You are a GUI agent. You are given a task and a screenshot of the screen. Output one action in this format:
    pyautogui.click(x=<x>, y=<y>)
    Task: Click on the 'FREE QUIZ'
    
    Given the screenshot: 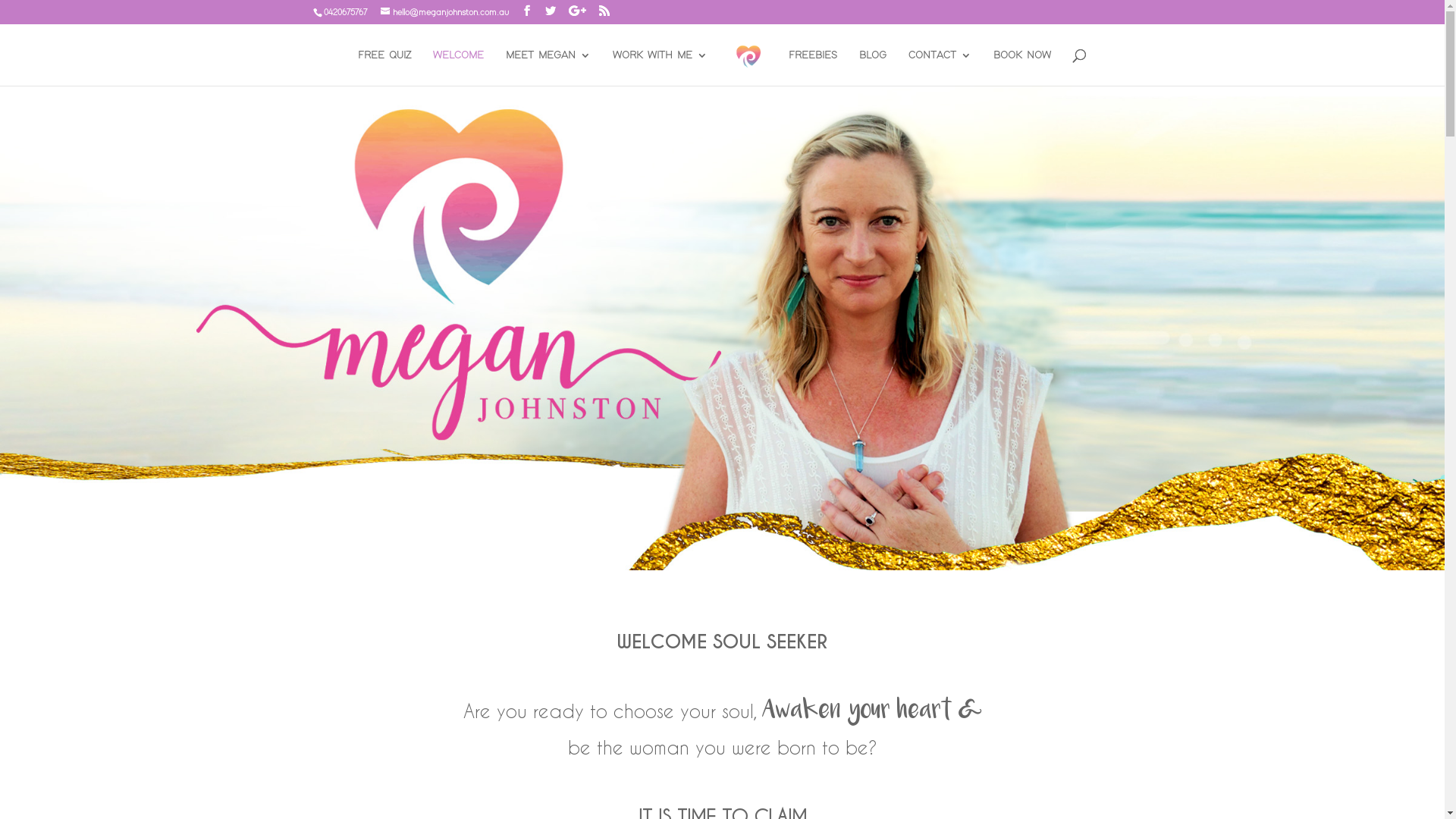 What is the action you would take?
    pyautogui.click(x=356, y=67)
    